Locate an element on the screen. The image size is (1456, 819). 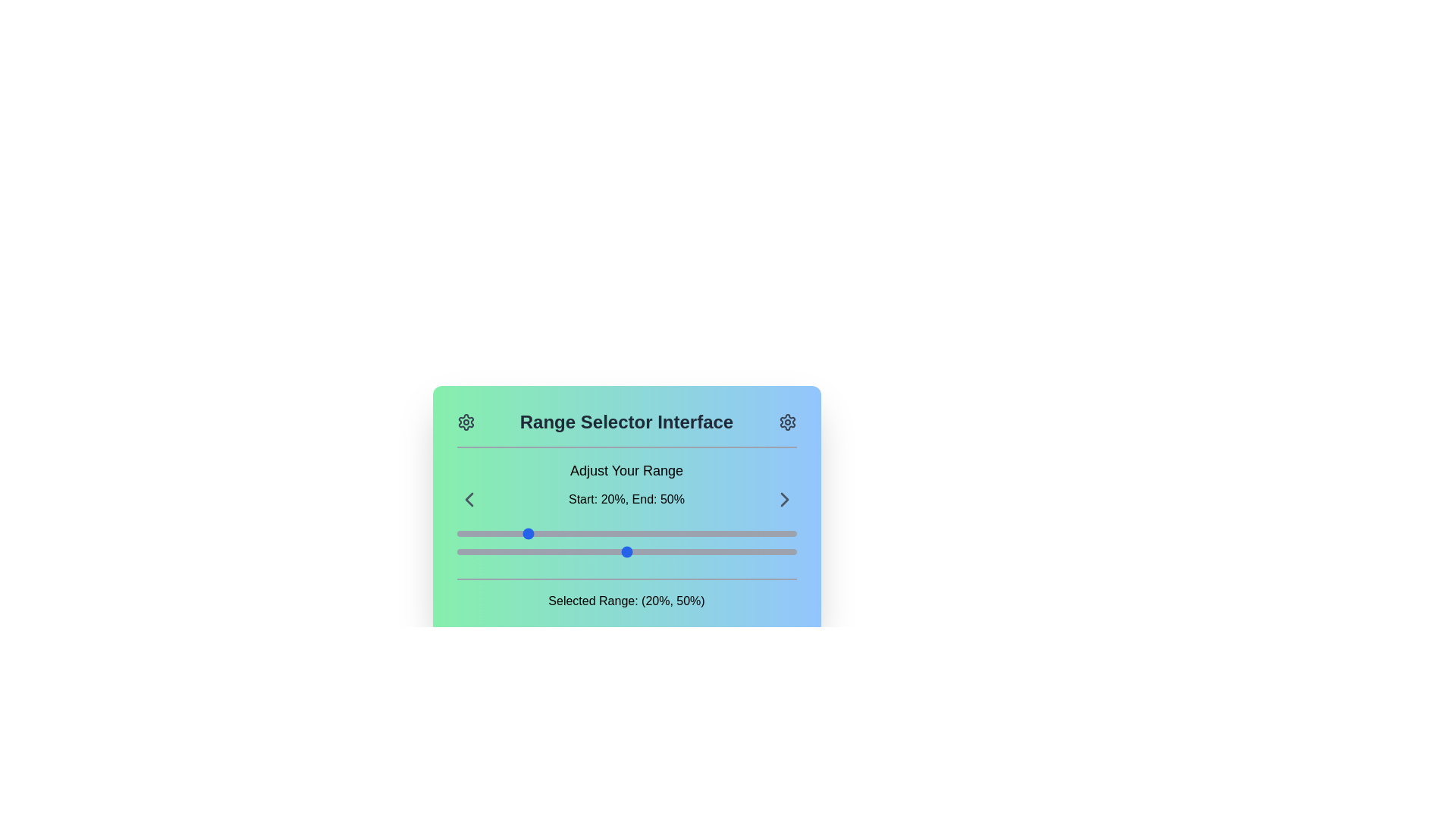
the slider value is located at coordinates (582, 552).